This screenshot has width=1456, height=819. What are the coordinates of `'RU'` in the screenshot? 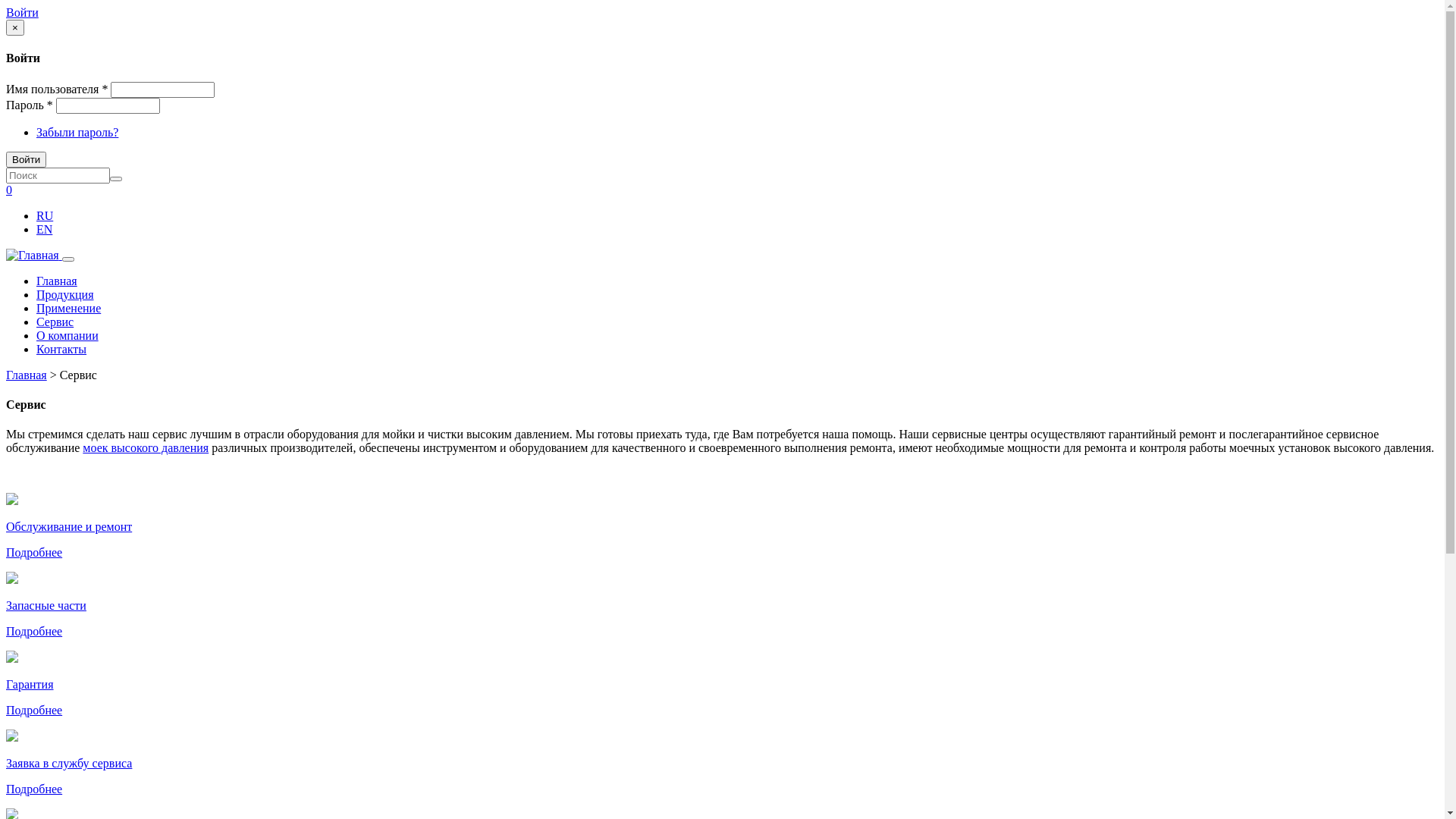 It's located at (44, 215).